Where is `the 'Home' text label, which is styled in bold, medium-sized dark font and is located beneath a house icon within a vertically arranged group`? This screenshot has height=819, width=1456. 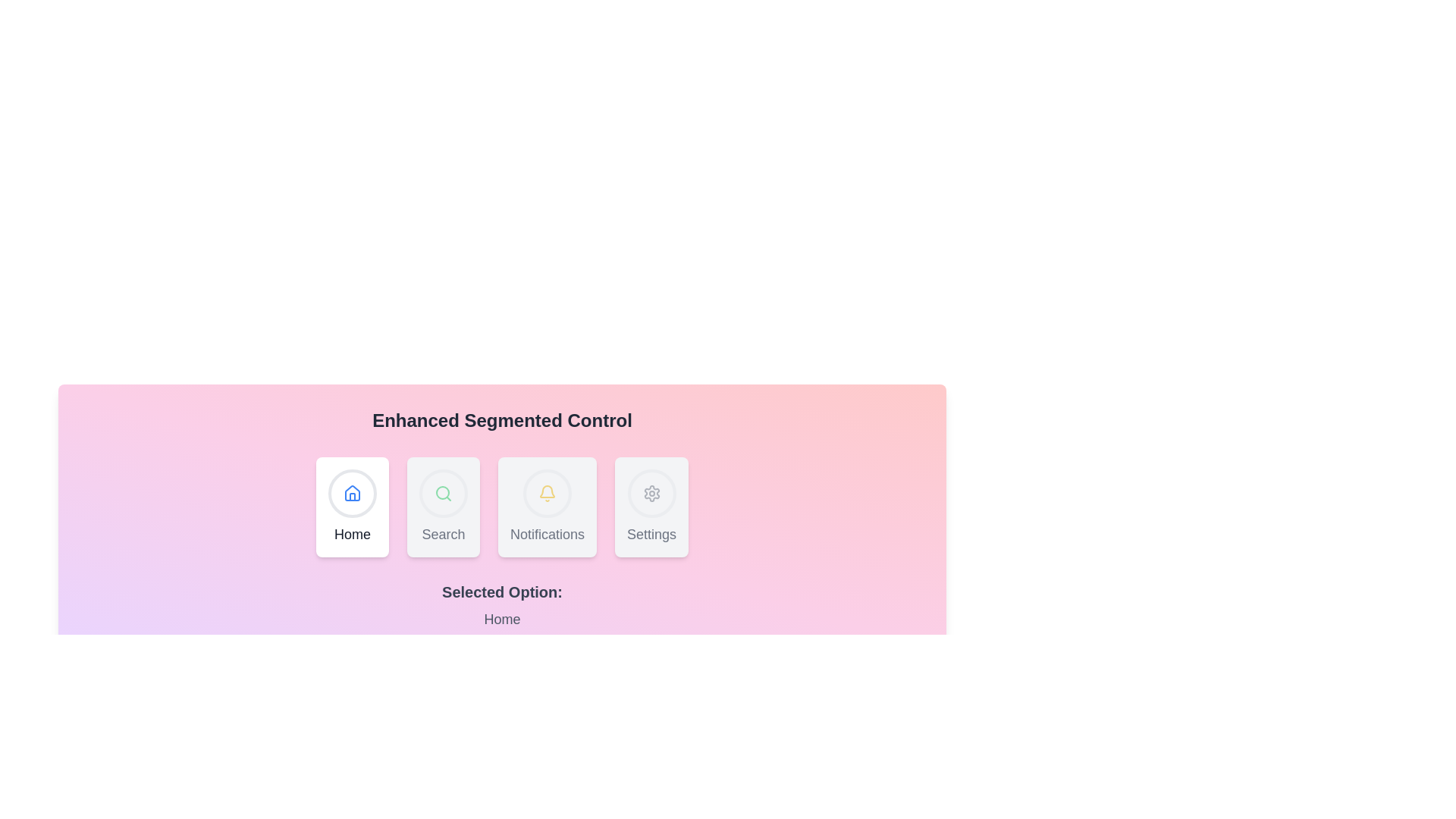
the 'Home' text label, which is styled in bold, medium-sized dark font and is located beneath a house icon within a vertically arranged group is located at coordinates (352, 534).